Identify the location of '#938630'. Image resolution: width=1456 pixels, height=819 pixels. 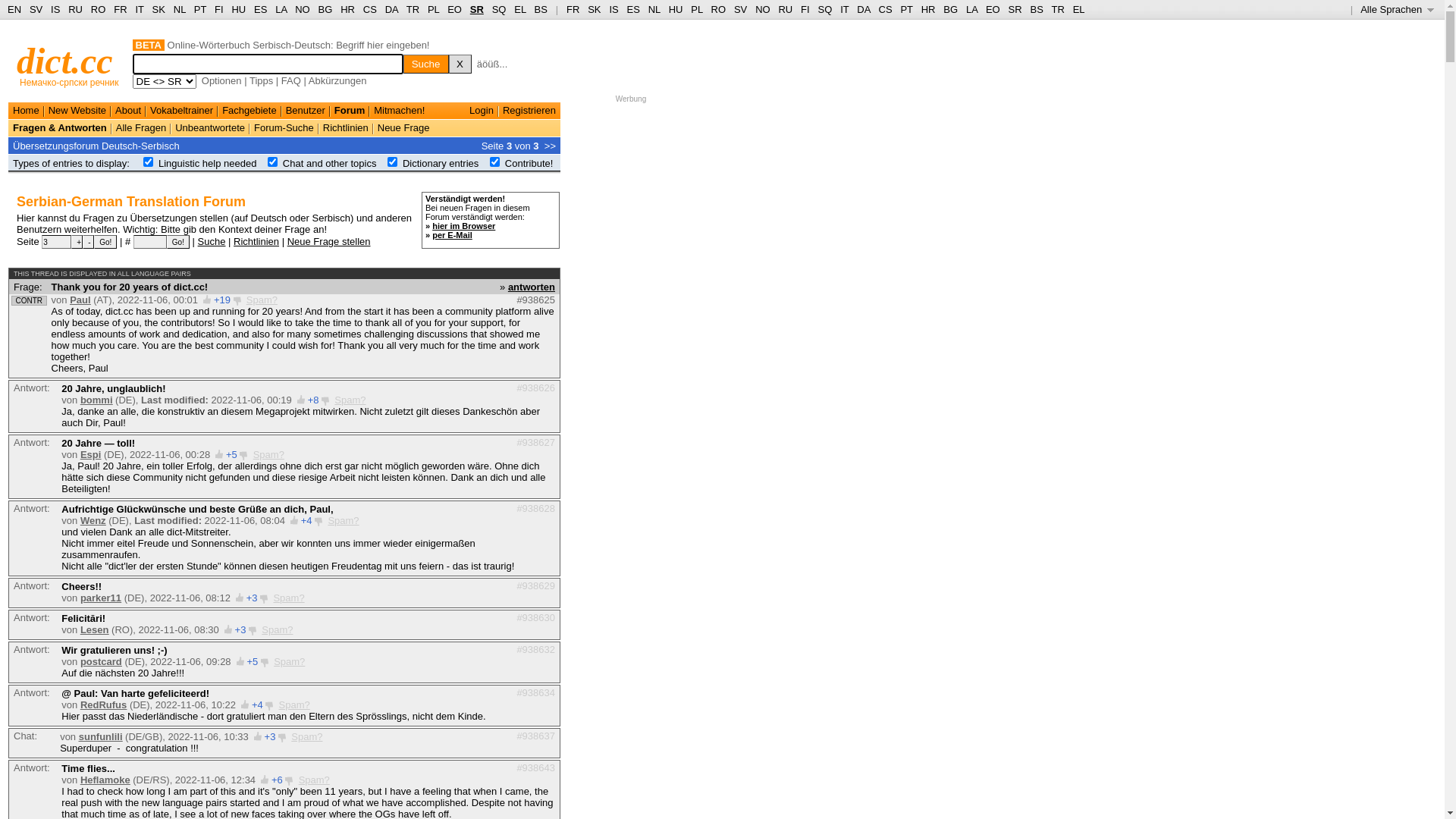
(535, 617).